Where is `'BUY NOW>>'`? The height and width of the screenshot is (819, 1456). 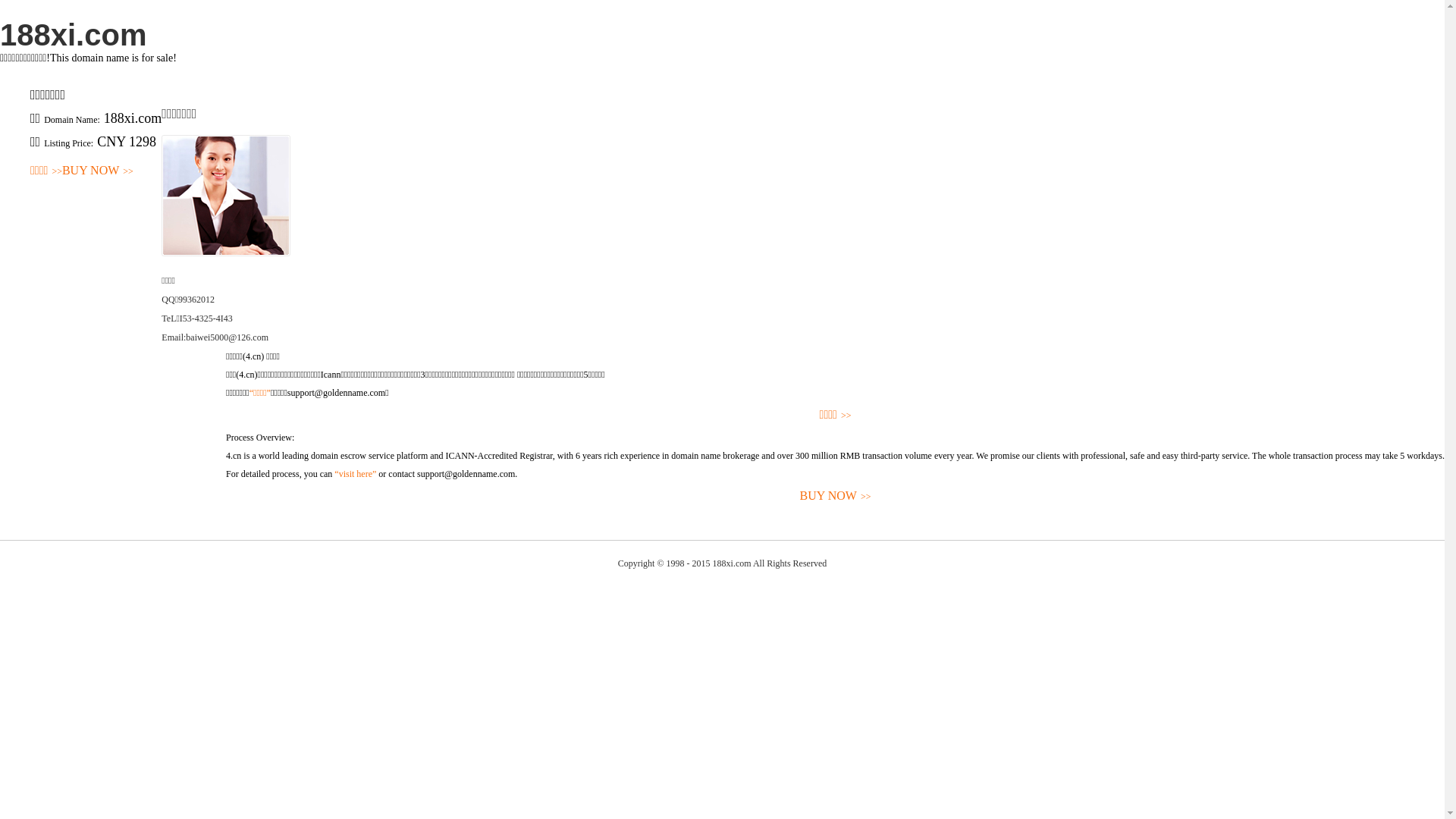 'BUY NOW>>' is located at coordinates (97, 171).